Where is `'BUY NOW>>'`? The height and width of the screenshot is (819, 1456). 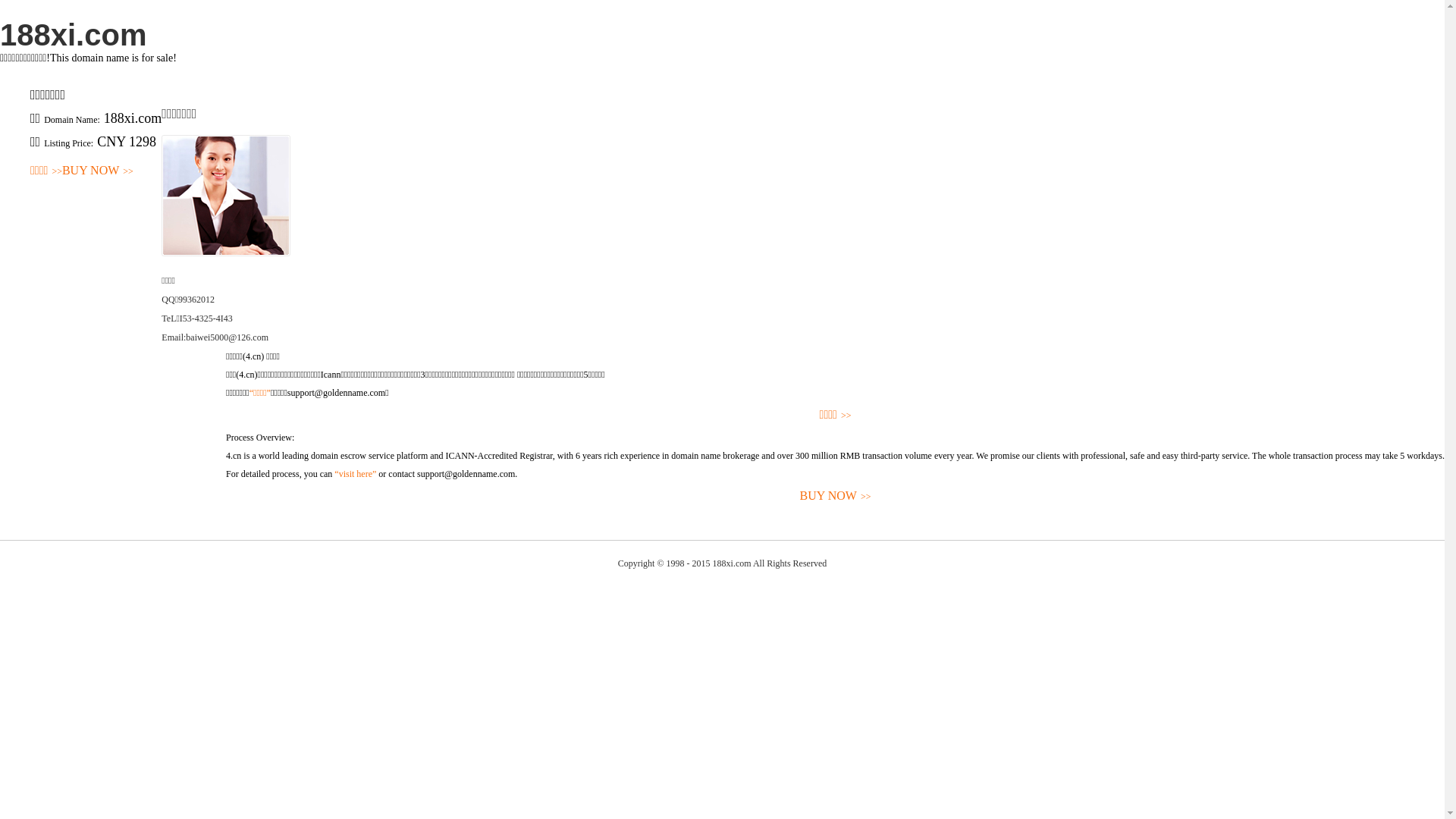 'BUY NOW>>' is located at coordinates (97, 171).